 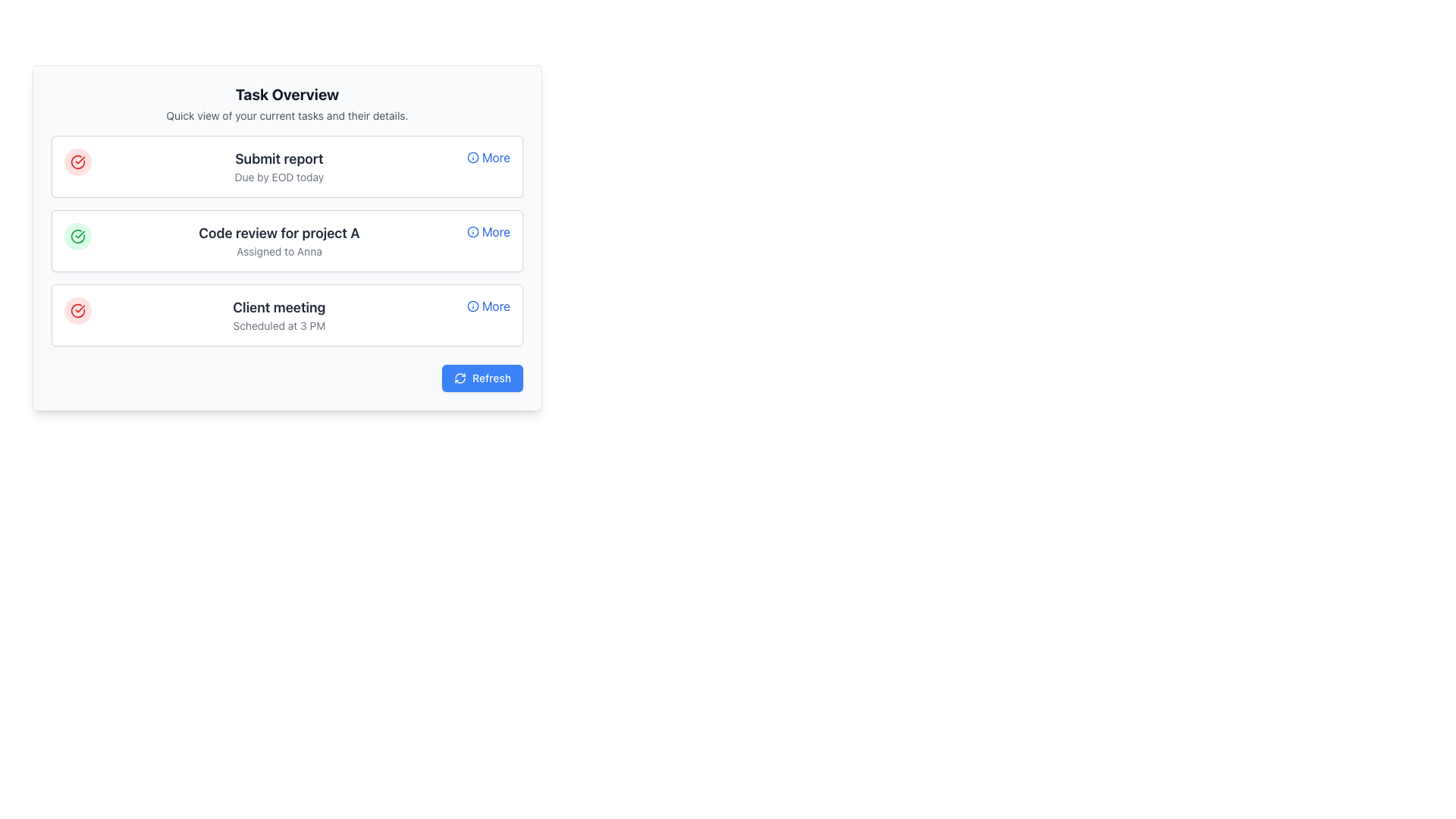 What do you see at coordinates (287, 240) in the screenshot?
I see `the task card with the bold text 'Code review for project A' and the green checkmark icon, located in the 'Task Overview' section` at bounding box center [287, 240].